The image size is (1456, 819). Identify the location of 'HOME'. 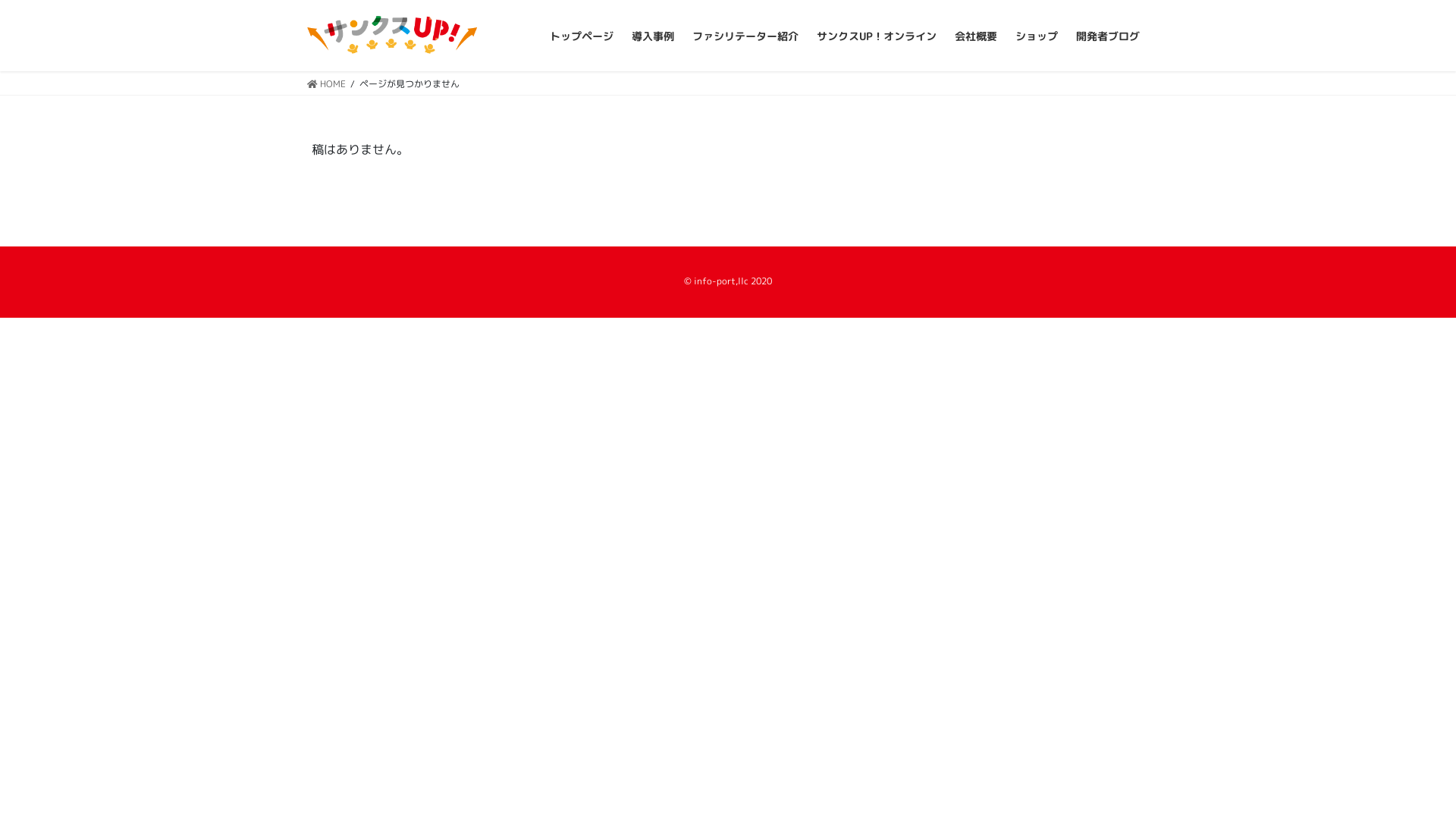
(306, 83).